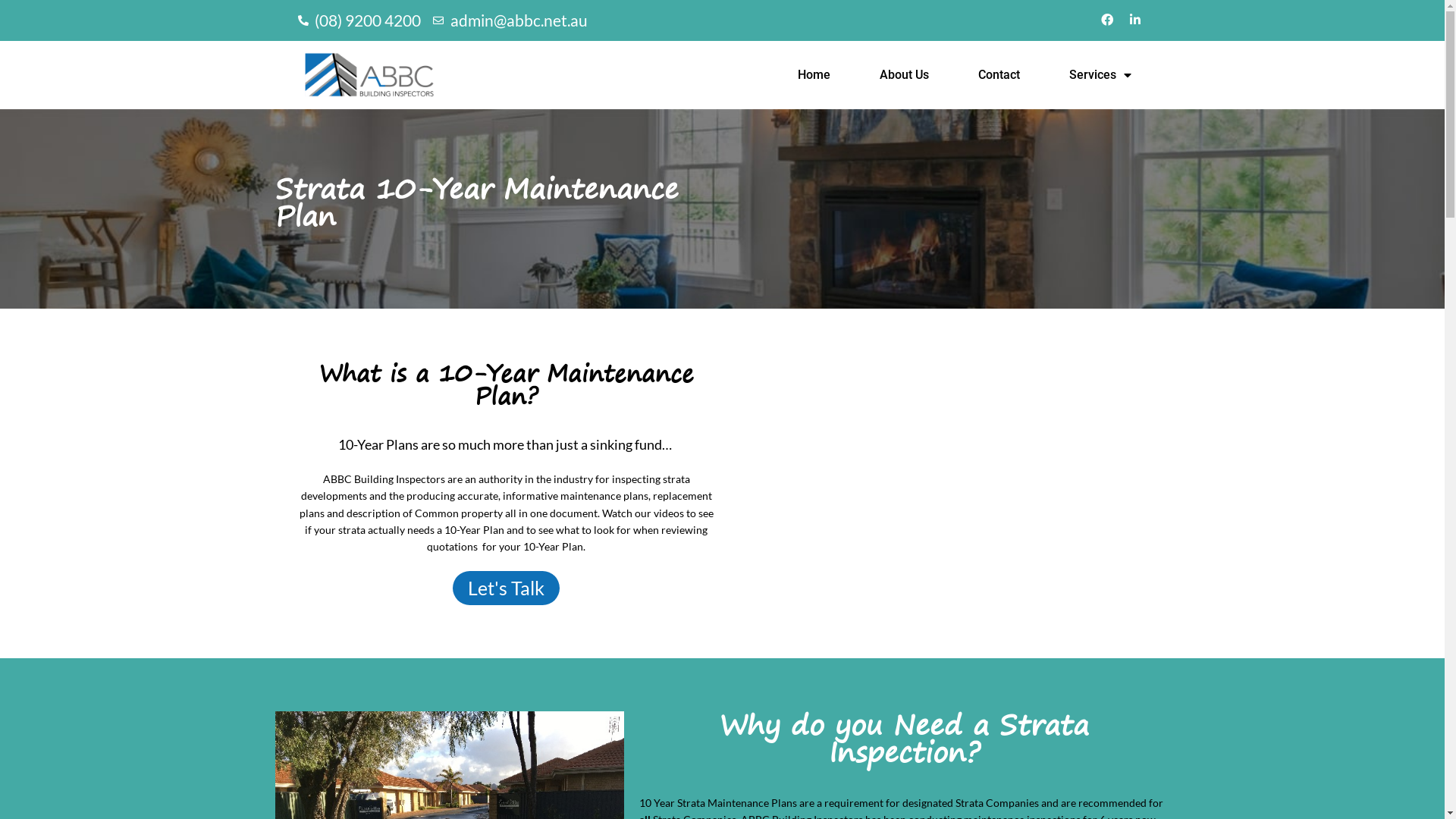  What do you see at coordinates (813, 75) in the screenshot?
I see `'Home'` at bounding box center [813, 75].